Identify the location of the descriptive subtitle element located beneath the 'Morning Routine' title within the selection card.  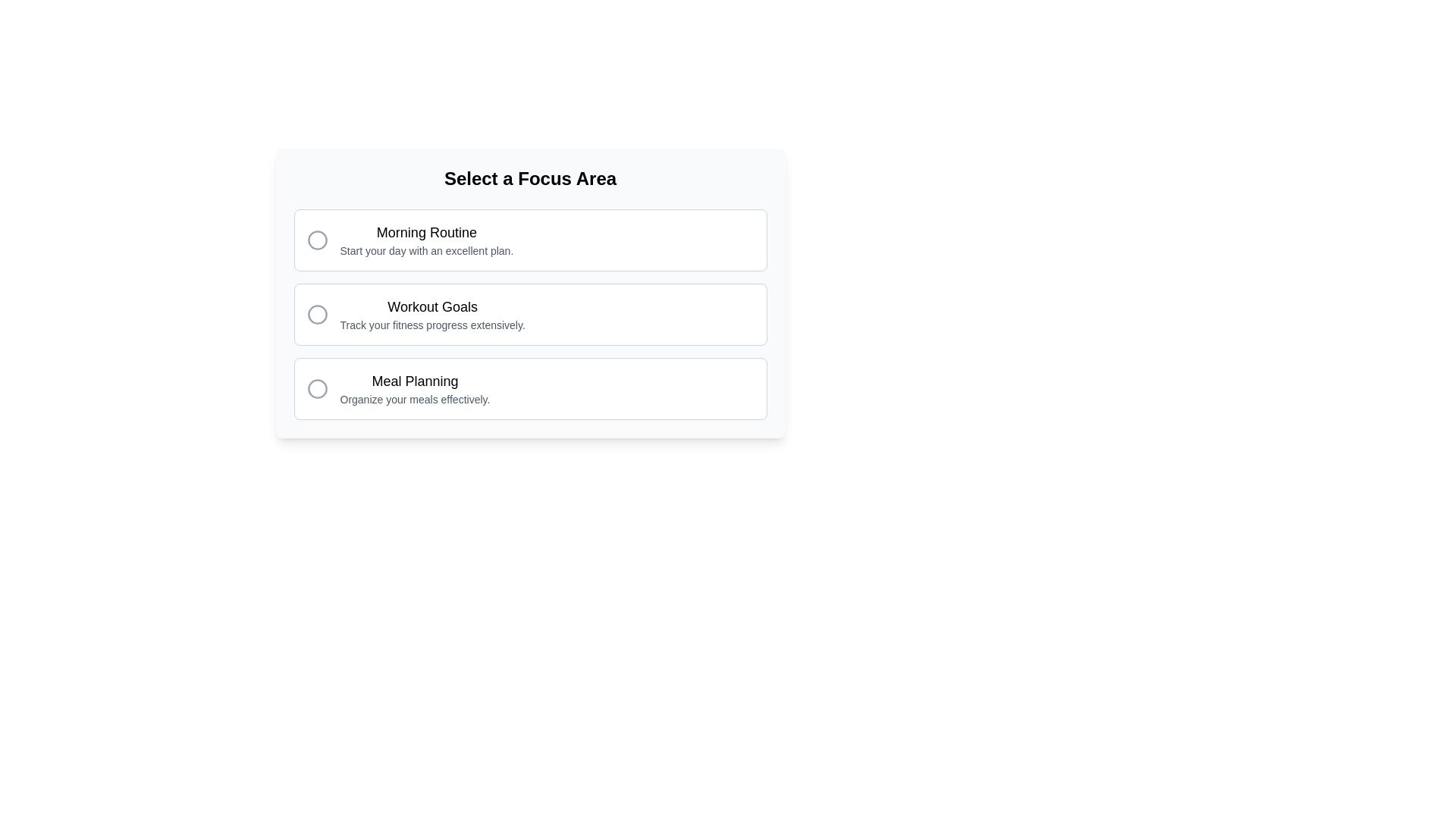
(425, 250).